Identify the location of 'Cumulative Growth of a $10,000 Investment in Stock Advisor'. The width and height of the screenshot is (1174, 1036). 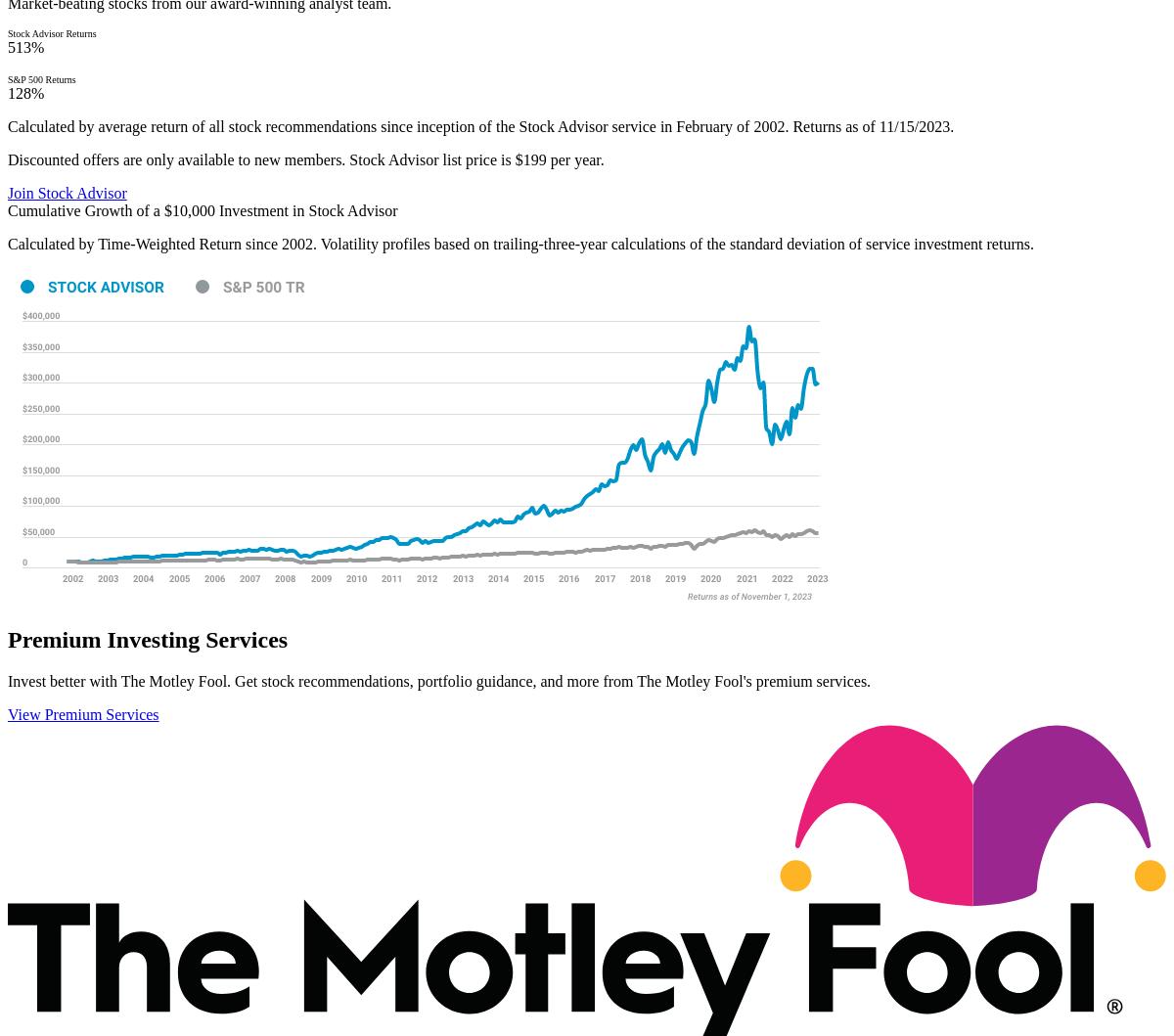
(201, 210).